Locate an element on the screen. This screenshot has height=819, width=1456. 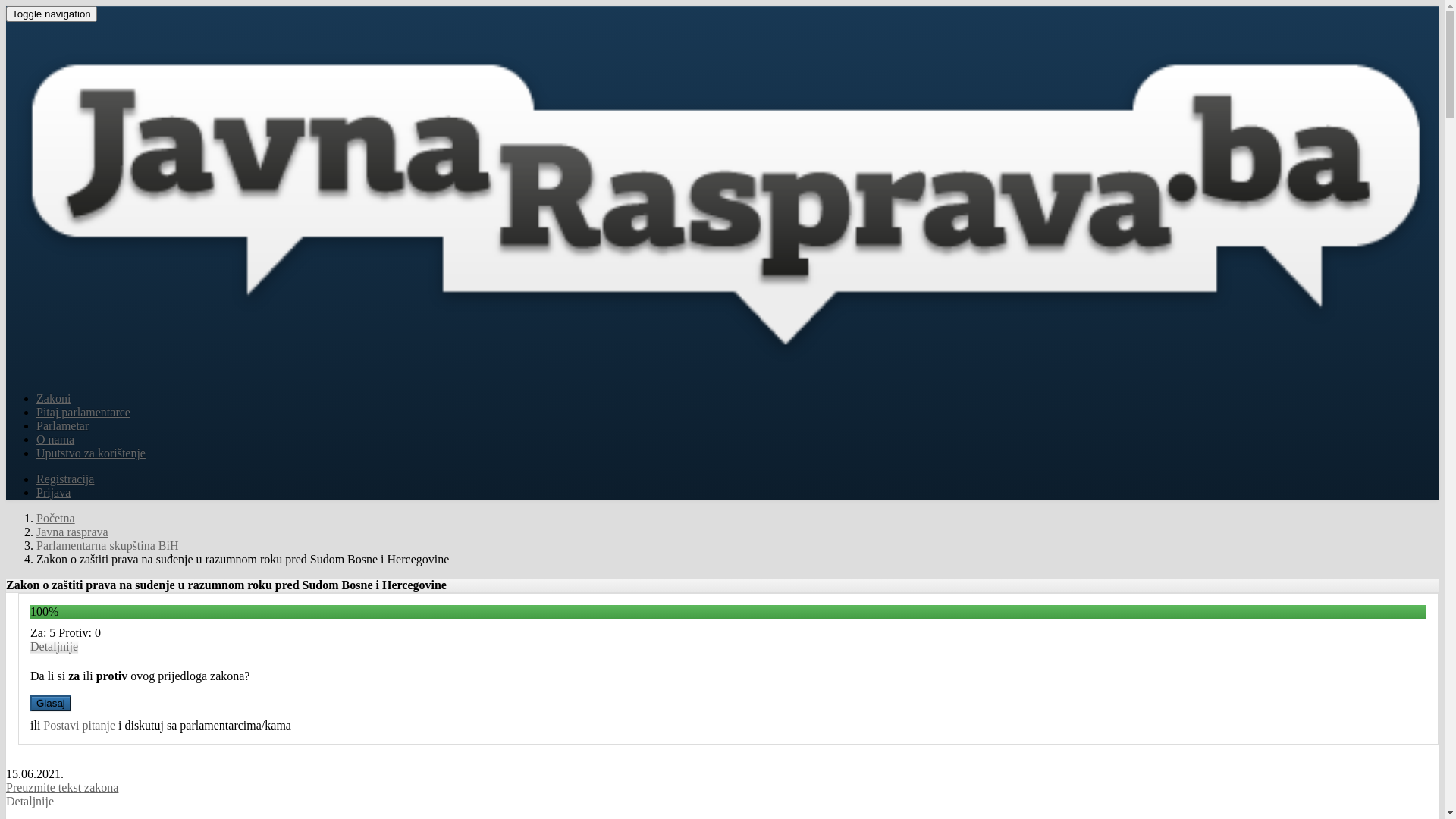
'Detaljnije' is located at coordinates (30, 800).